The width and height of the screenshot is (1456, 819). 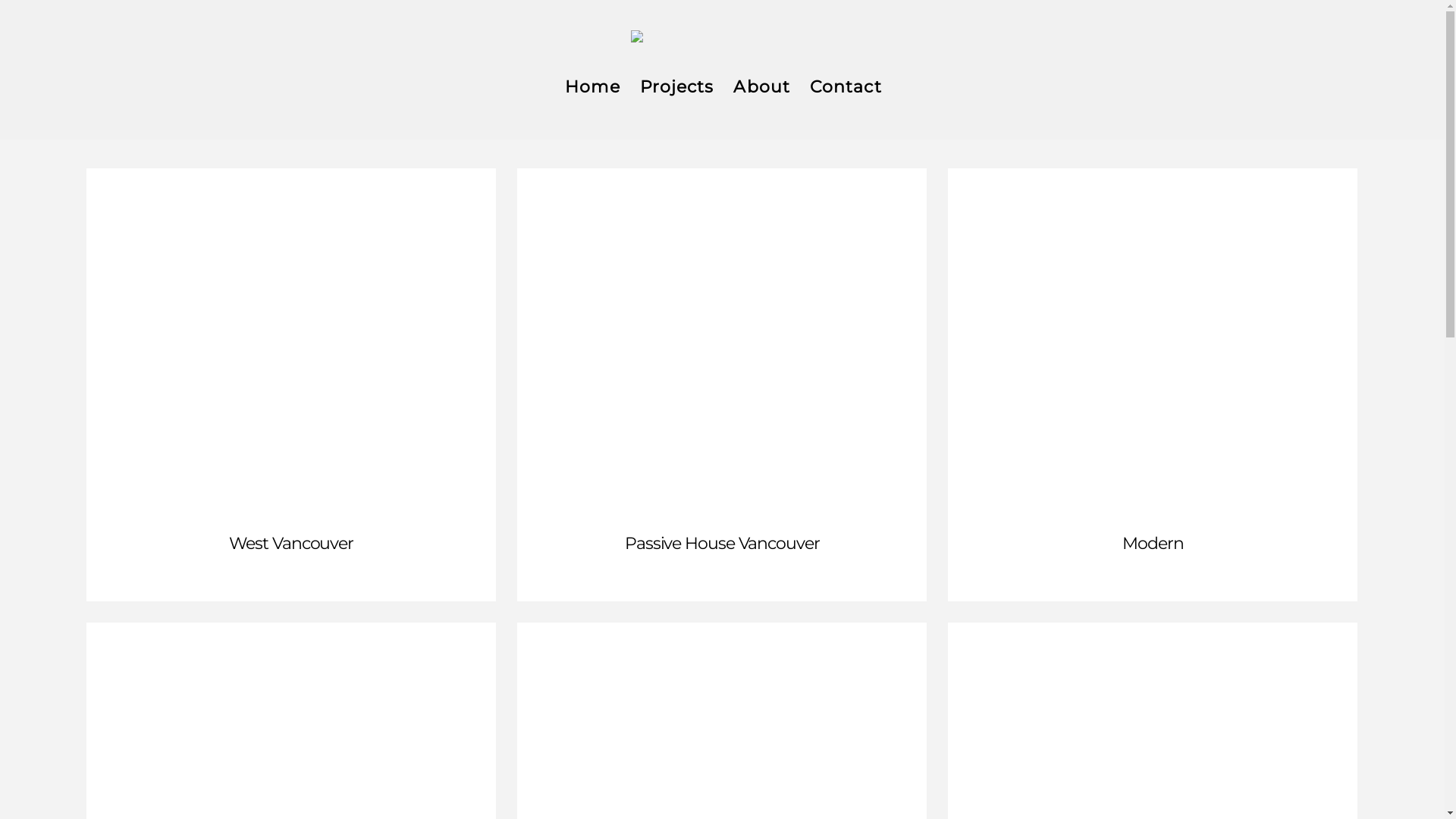 What do you see at coordinates (761, 89) in the screenshot?
I see `'About'` at bounding box center [761, 89].